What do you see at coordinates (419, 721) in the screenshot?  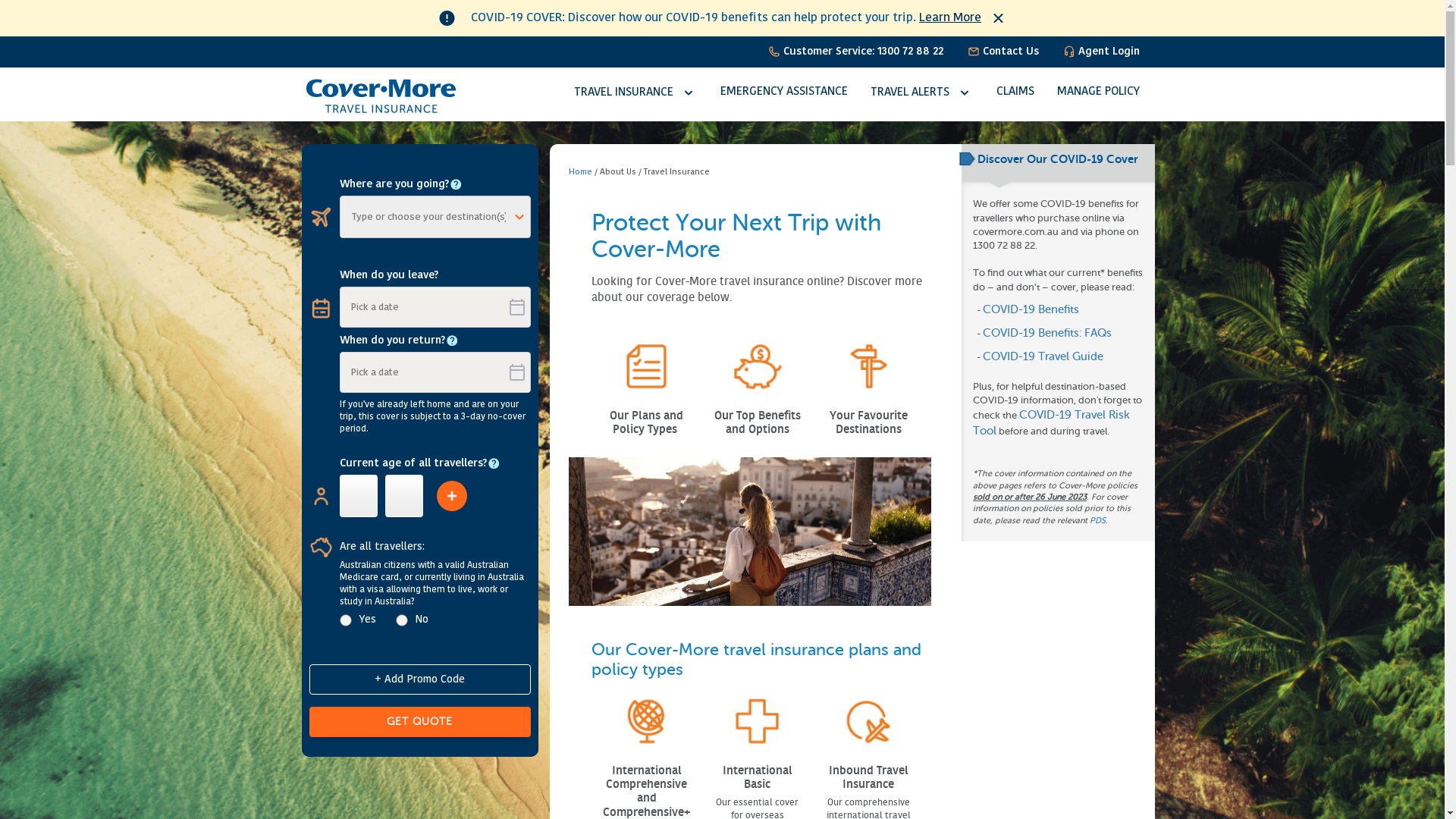 I see `'get quote'` at bounding box center [419, 721].